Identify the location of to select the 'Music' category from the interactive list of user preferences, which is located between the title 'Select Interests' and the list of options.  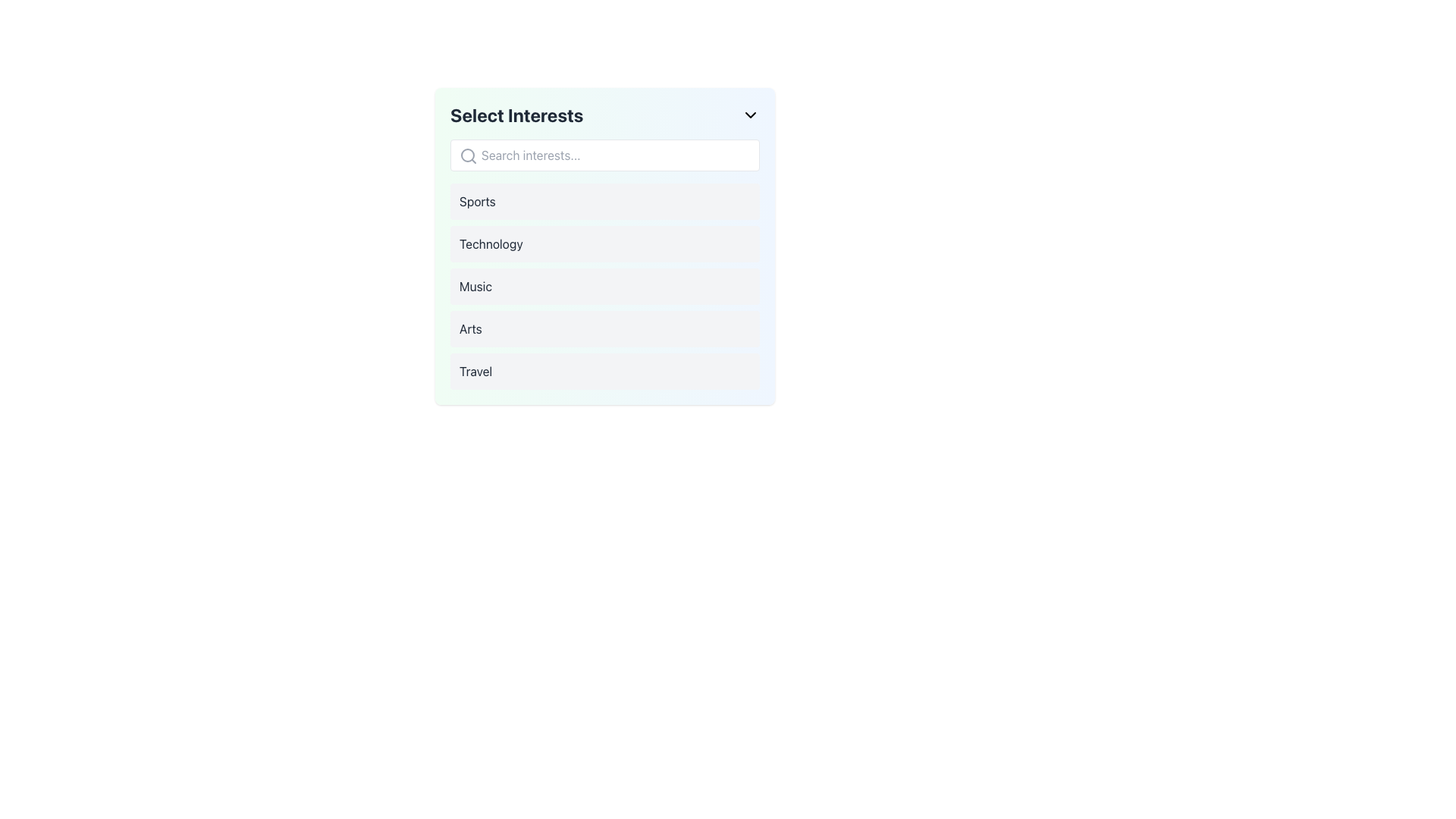
(604, 287).